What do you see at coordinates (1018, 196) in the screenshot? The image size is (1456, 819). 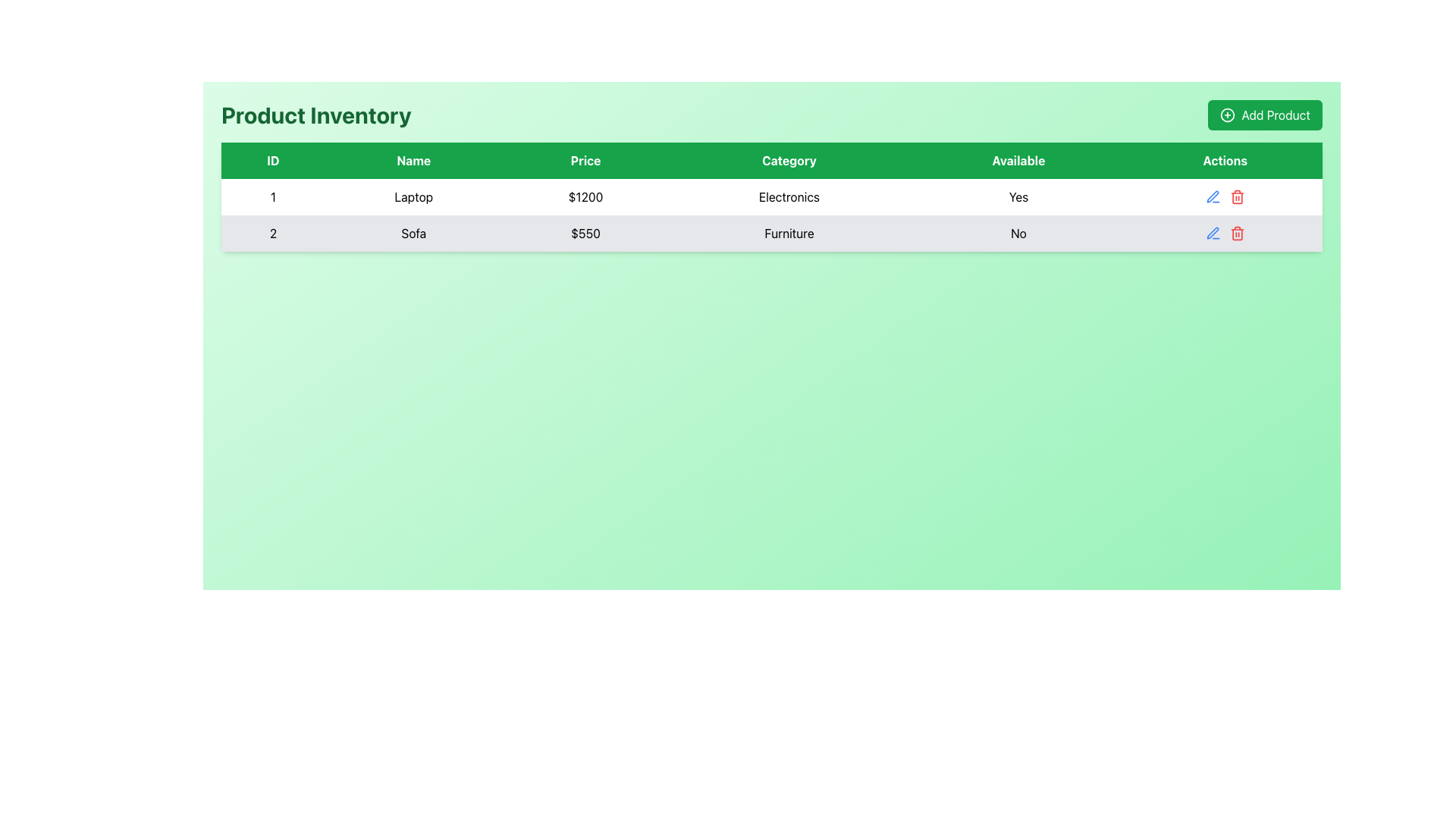 I see `Text Label indicating the availability status of the product 'Laptop' in the inventory table, located in the fifth column under 'Available'` at bounding box center [1018, 196].